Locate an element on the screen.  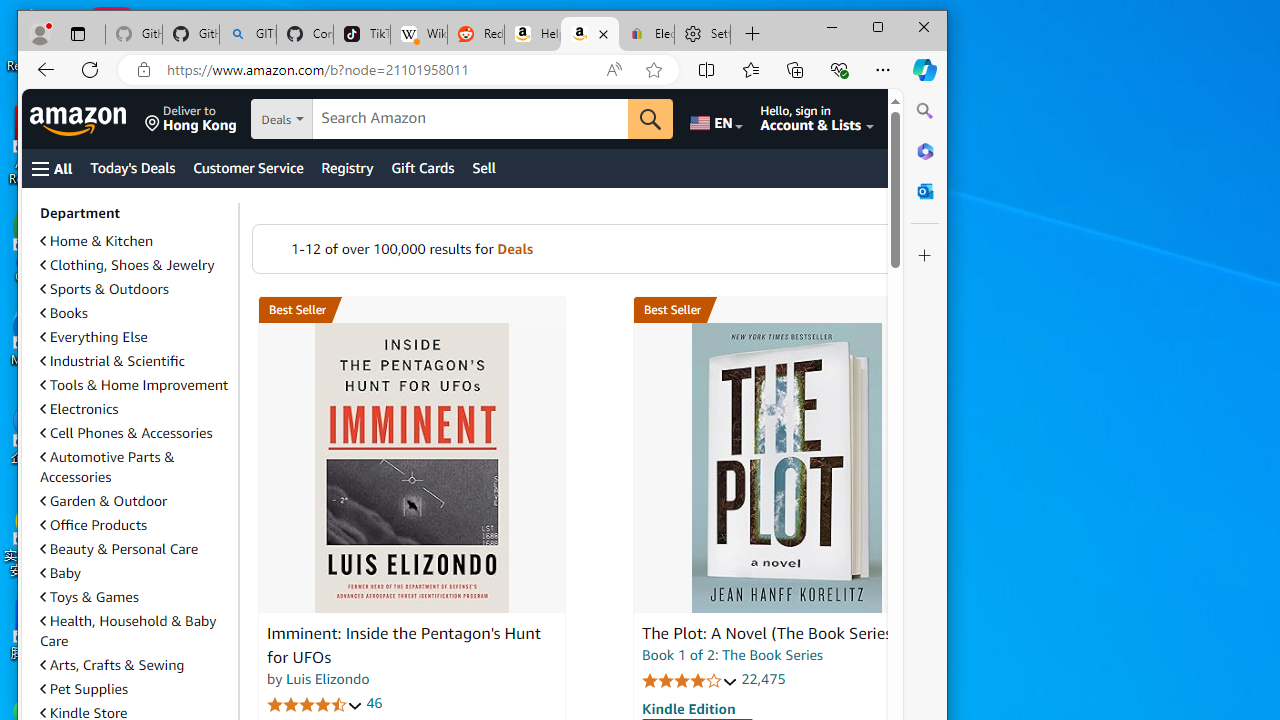
'Close Outlook pane' is located at coordinates (924, 190).